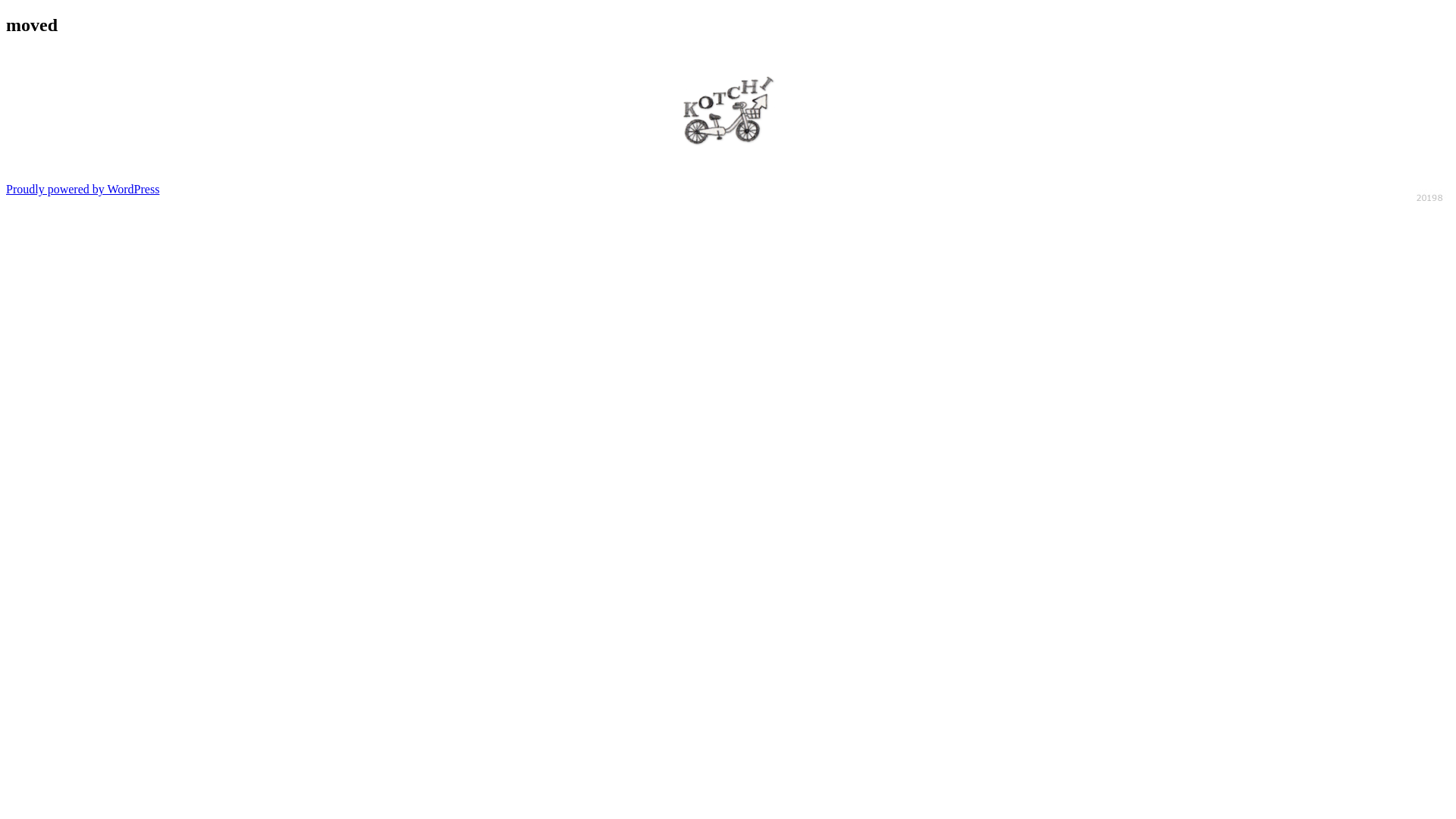 Image resolution: width=1456 pixels, height=819 pixels. I want to click on 'Proudly powered by WordPress', so click(82, 188).